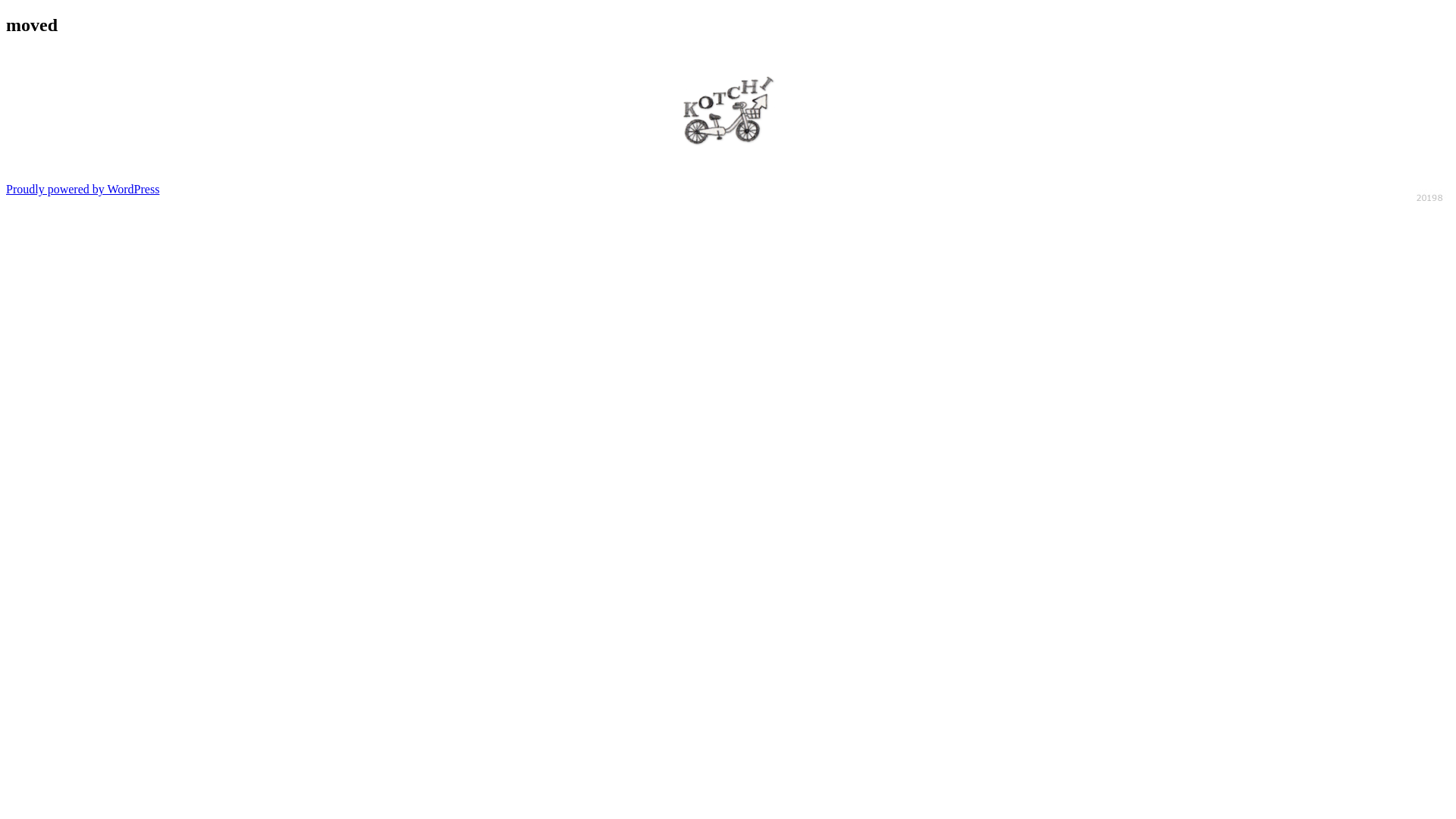 Image resolution: width=1456 pixels, height=819 pixels. I want to click on 'Proudly powered by WordPress', so click(82, 188).